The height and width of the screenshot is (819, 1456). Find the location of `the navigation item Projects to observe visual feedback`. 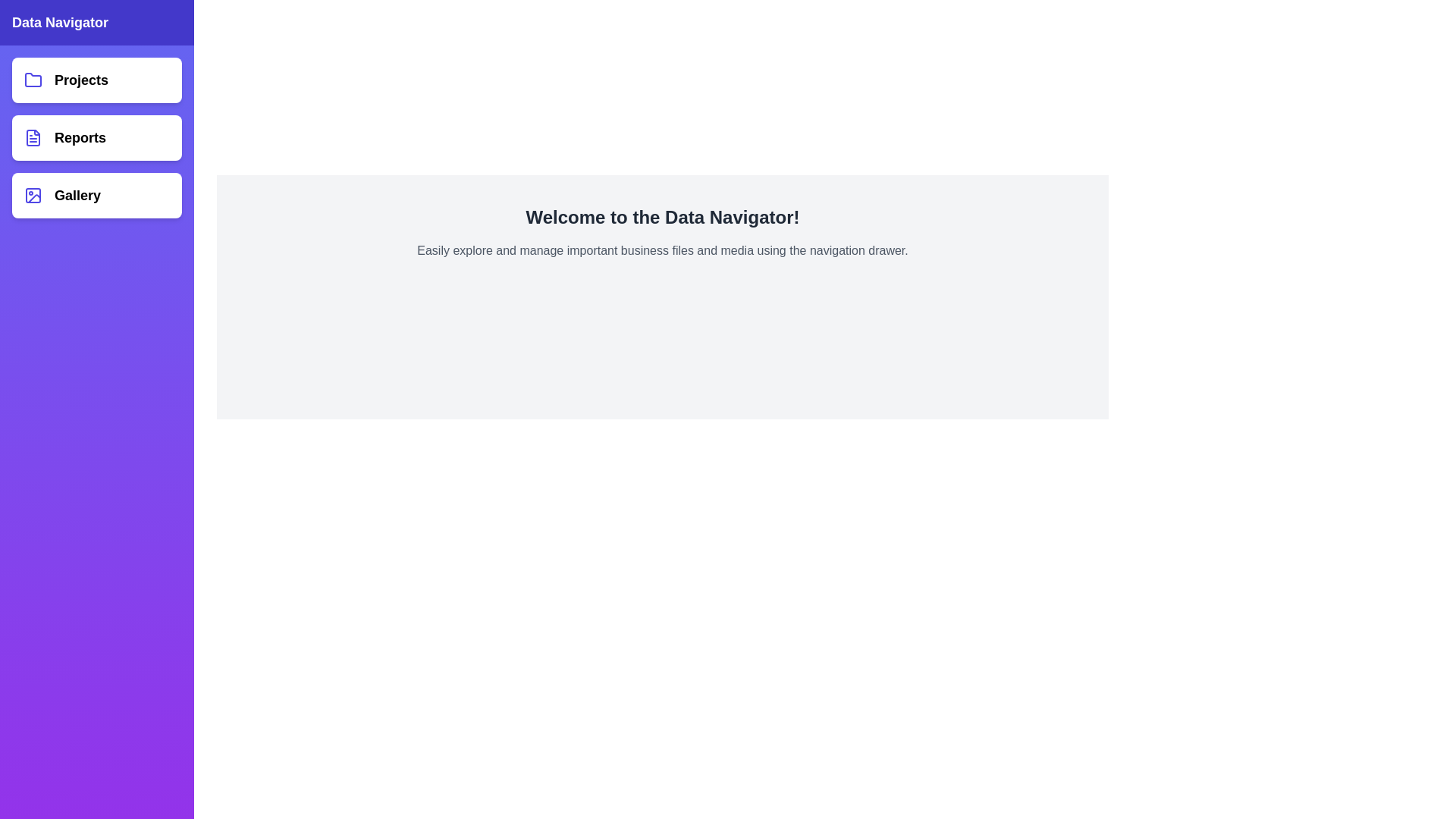

the navigation item Projects to observe visual feedback is located at coordinates (96, 80).